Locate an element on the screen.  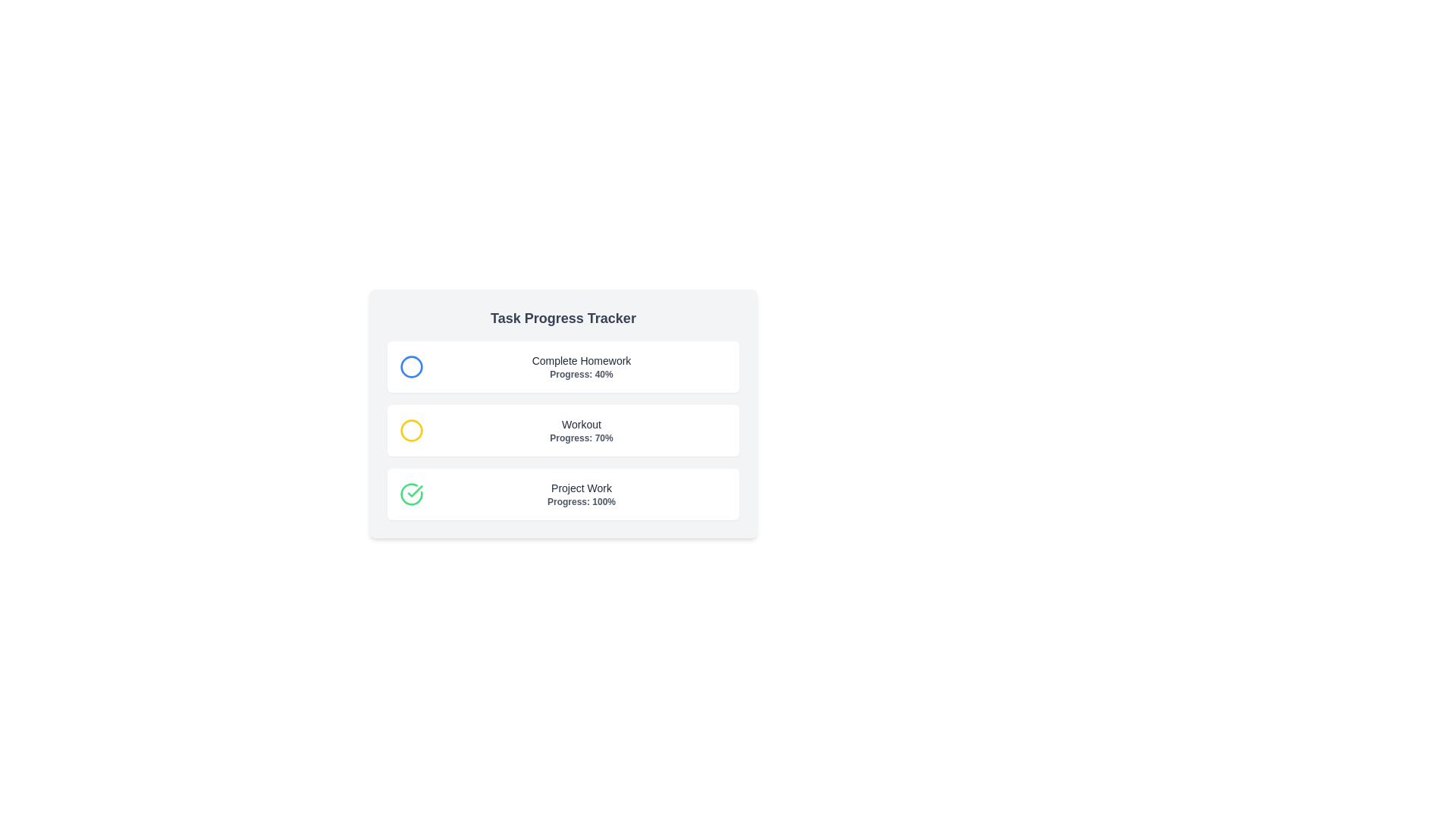
the text label displaying 'Progress: 70%' which is located directly below the 'Workout' text in a card layout is located at coordinates (581, 438).